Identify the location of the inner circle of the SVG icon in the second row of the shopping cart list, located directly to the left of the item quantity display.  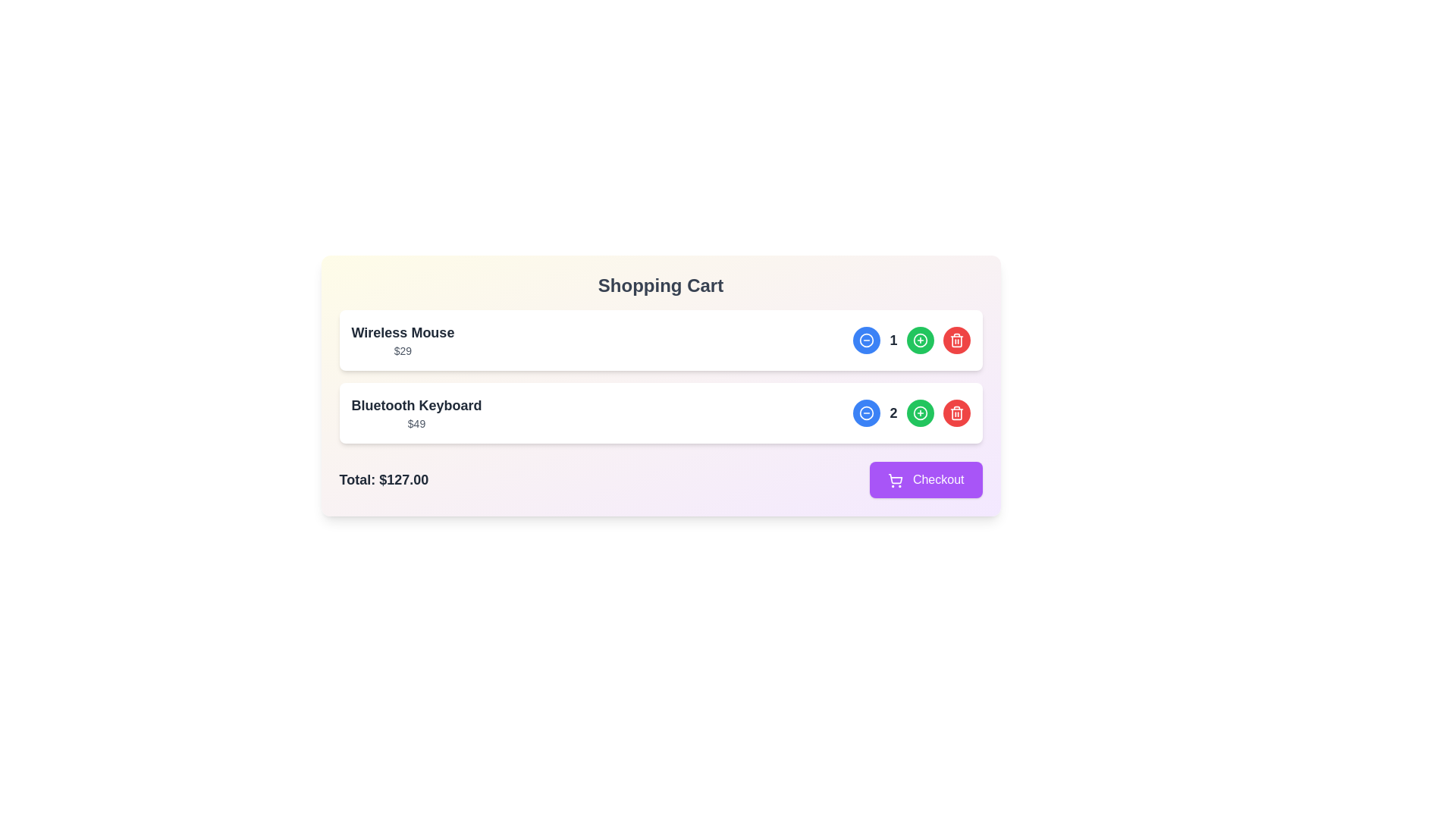
(867, 413).